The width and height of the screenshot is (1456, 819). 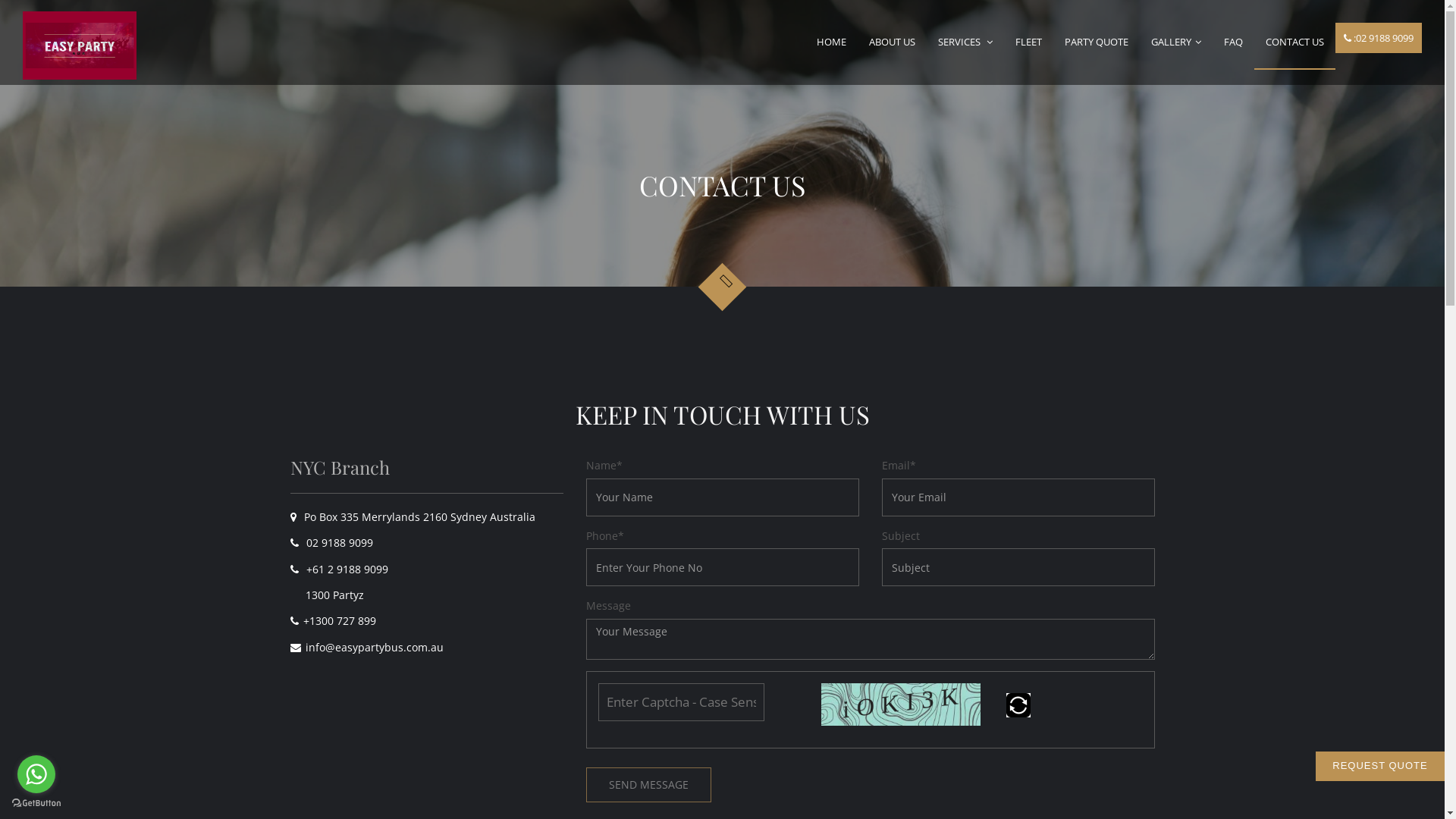 I want to click on 'FAQ', so click(x=1233, y=40).